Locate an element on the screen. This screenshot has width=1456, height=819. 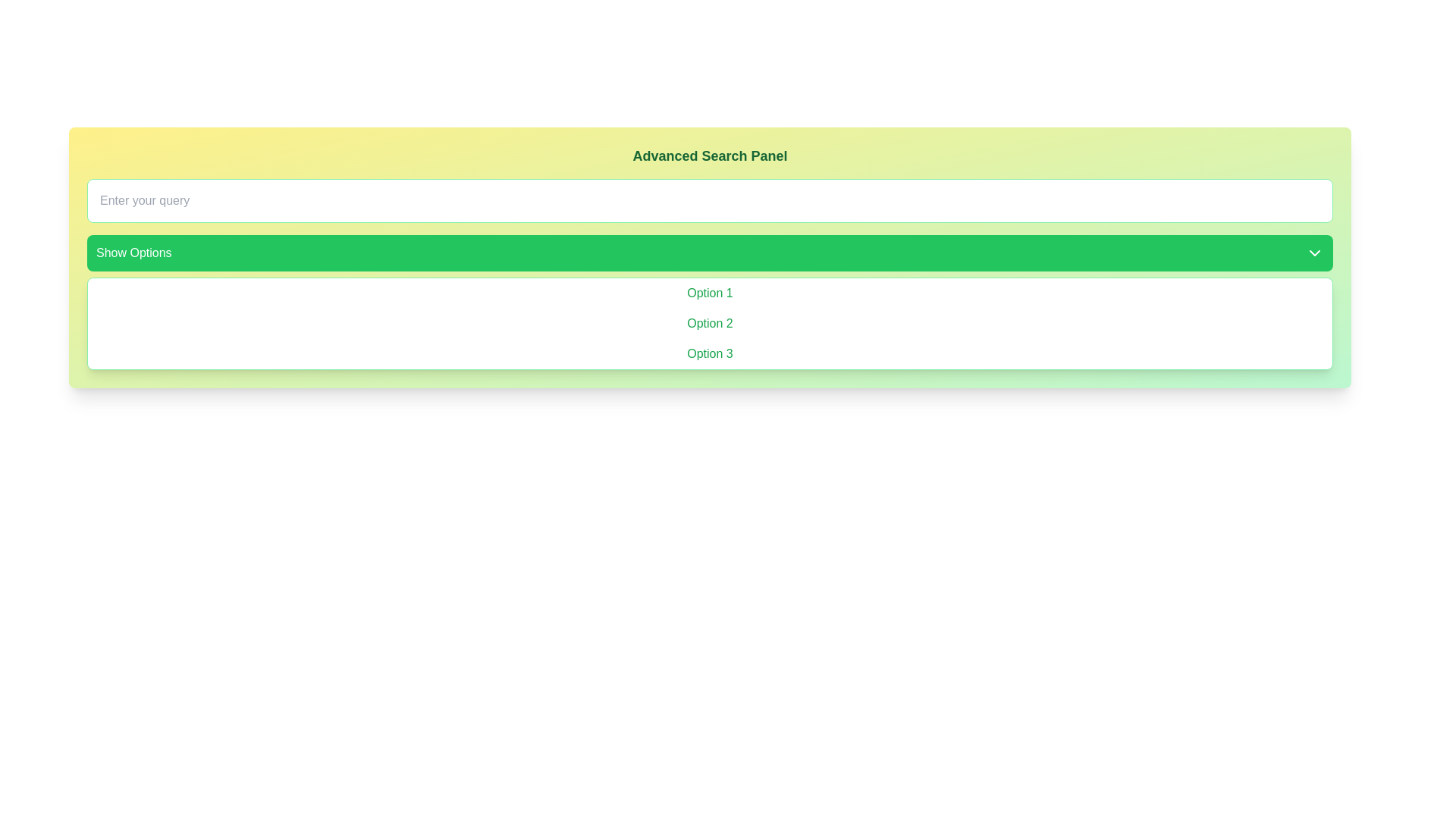
the Dropdown Toggle Button located in the middle part of the interface is located at coordinates (709, 253).